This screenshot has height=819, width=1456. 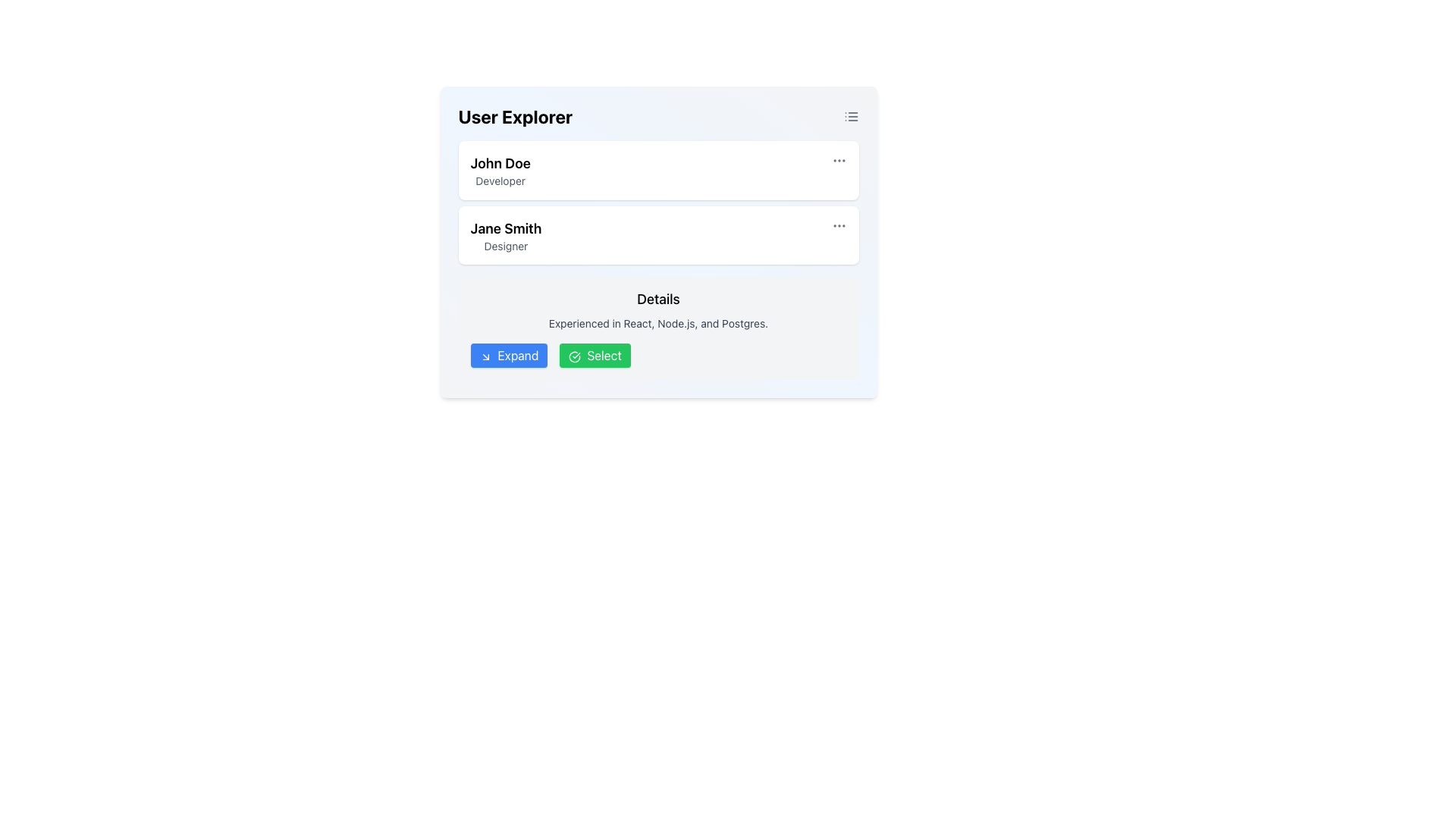 What do you see at coordinates (506, 235) in the screenshot?
I see `displayed information from the text section showing 'Jane Smith' and the job title 'Designer' in the user card below 'John Doe'` at bounding box center [506, 235].